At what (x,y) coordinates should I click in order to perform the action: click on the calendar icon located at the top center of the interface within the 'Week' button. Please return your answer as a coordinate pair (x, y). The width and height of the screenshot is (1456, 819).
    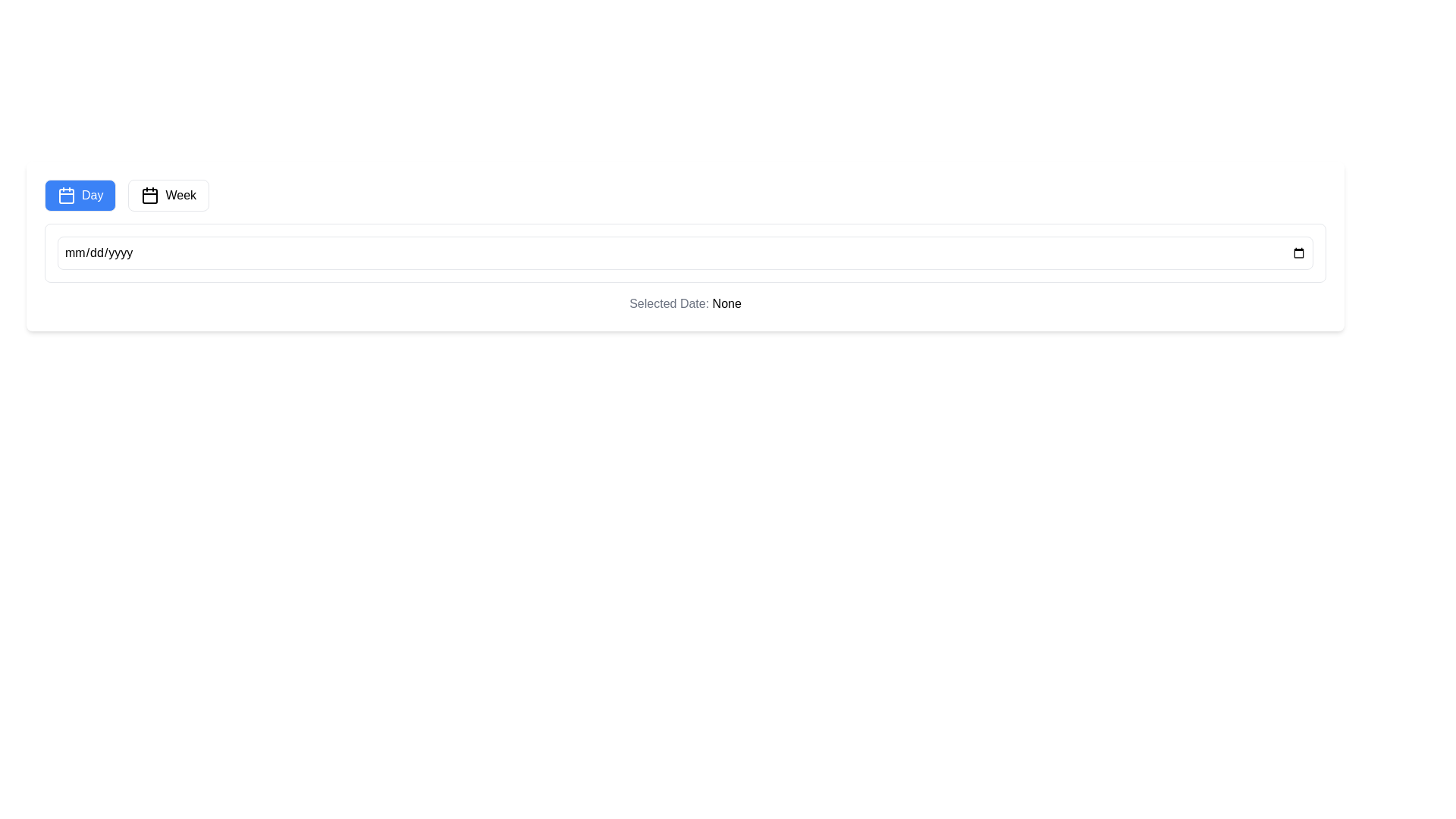
    Looking at the image, I should click on (150, 195).